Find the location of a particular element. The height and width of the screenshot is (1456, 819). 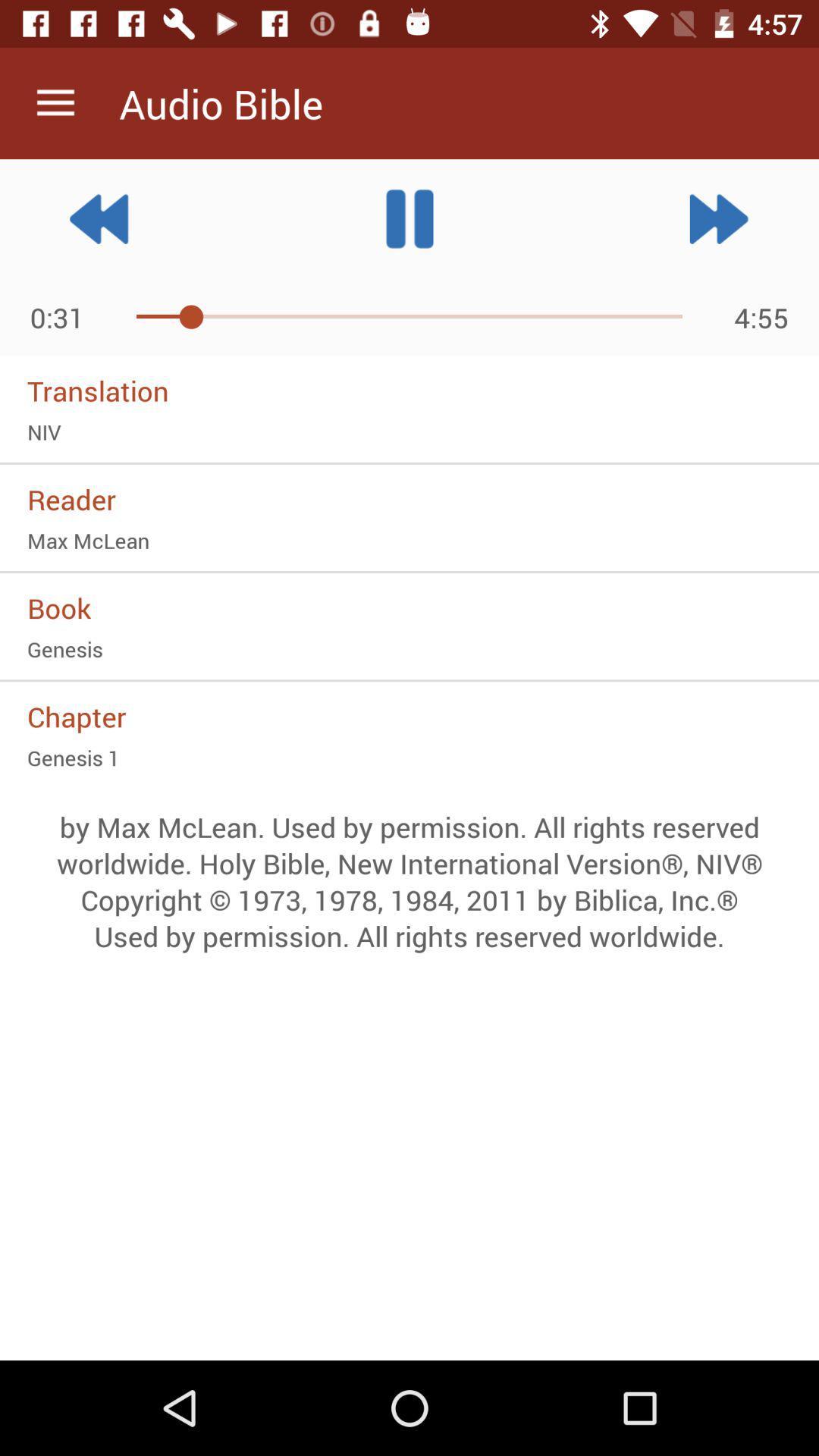

item above genesis 1 item is located at coordinates (409, 716).